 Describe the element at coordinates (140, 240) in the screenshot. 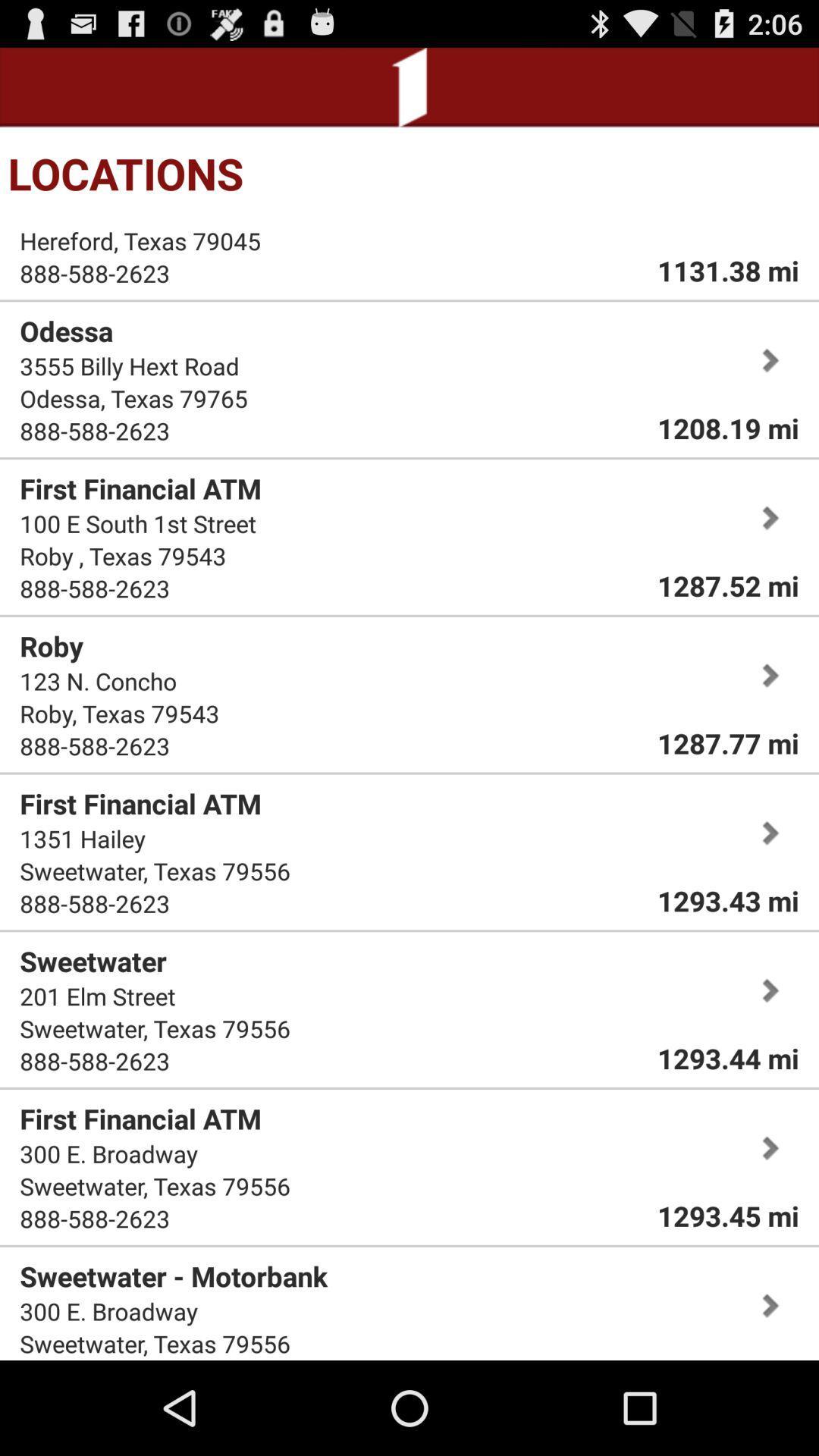

I see `item above 888-588-2623` at that location.